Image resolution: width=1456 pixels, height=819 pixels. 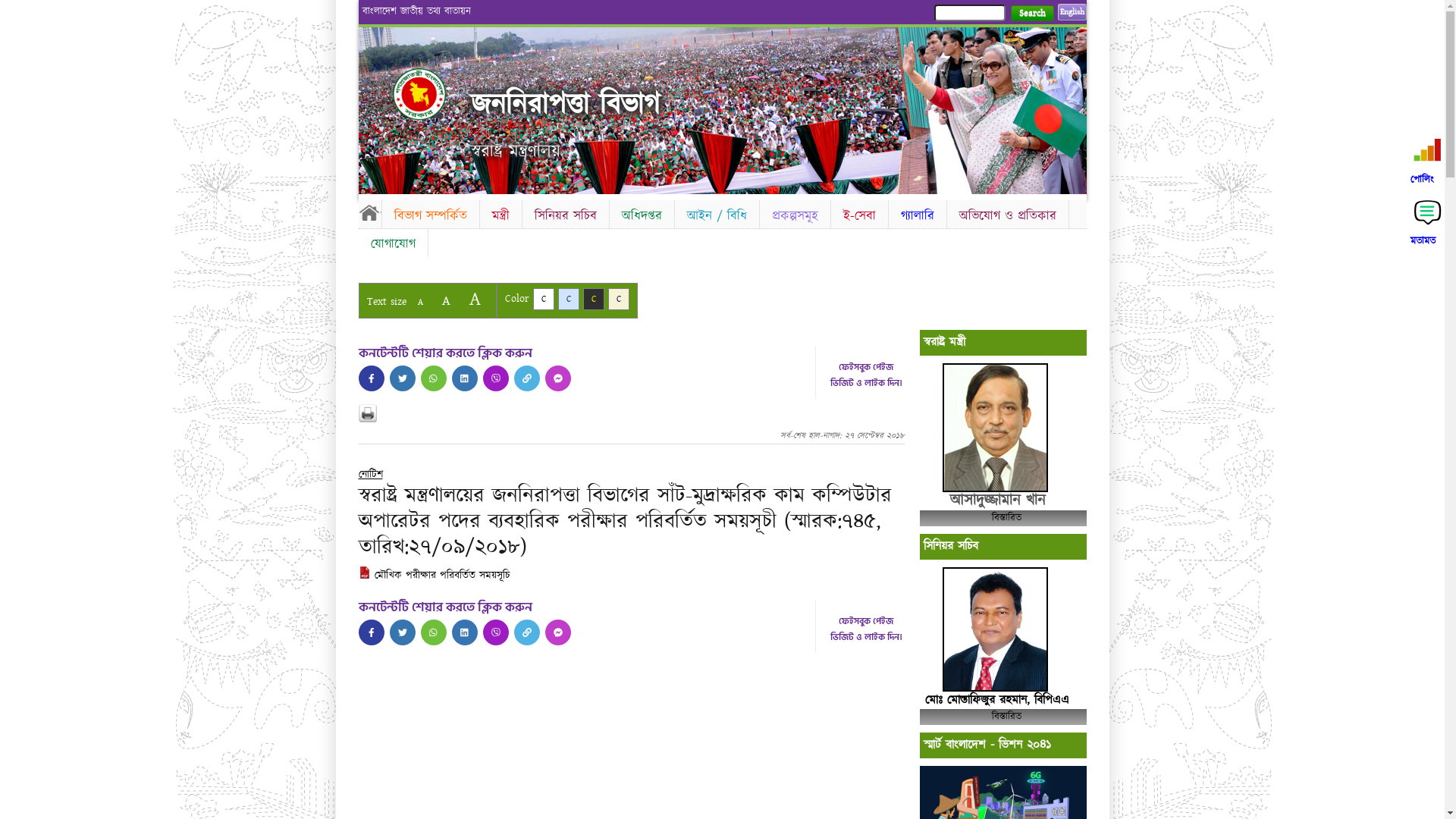 What do you see at coordinates (369, 212) in the screenshot?
I see `'Home'` at bounding box center [369, 212].